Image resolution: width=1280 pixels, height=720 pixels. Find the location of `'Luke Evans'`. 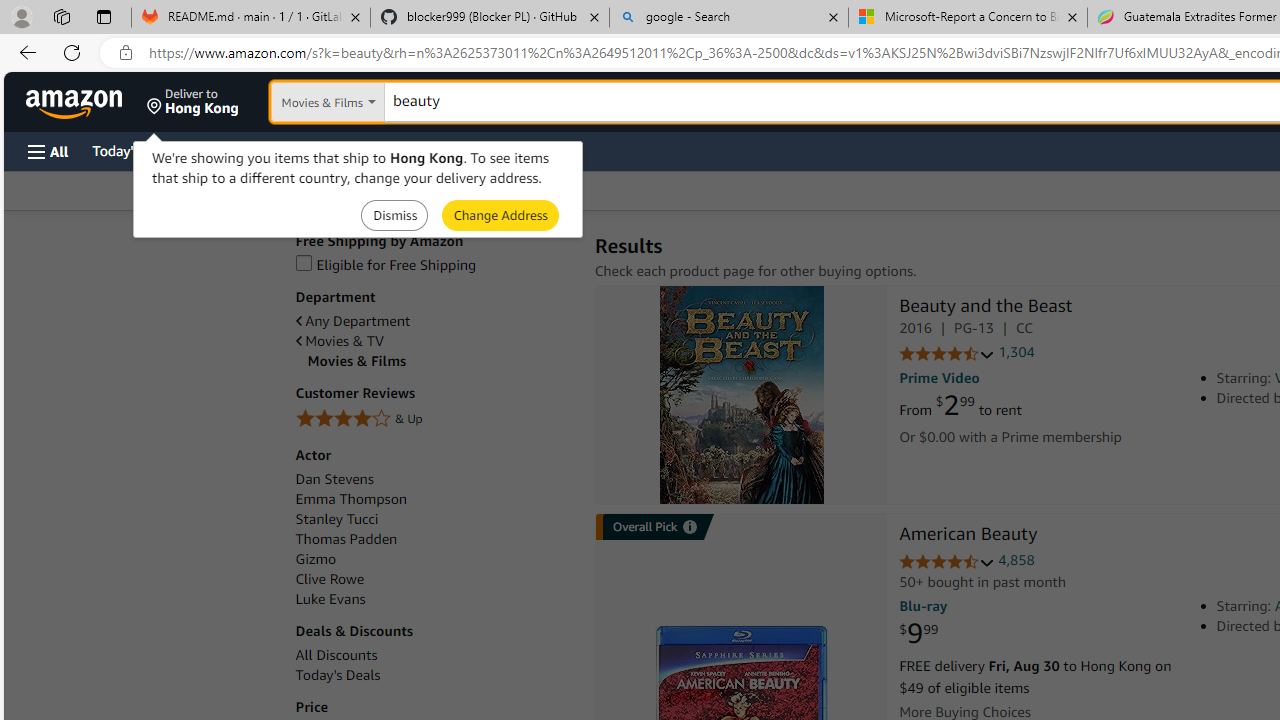

'Luke Evans' is located at coordinates (330, 598).